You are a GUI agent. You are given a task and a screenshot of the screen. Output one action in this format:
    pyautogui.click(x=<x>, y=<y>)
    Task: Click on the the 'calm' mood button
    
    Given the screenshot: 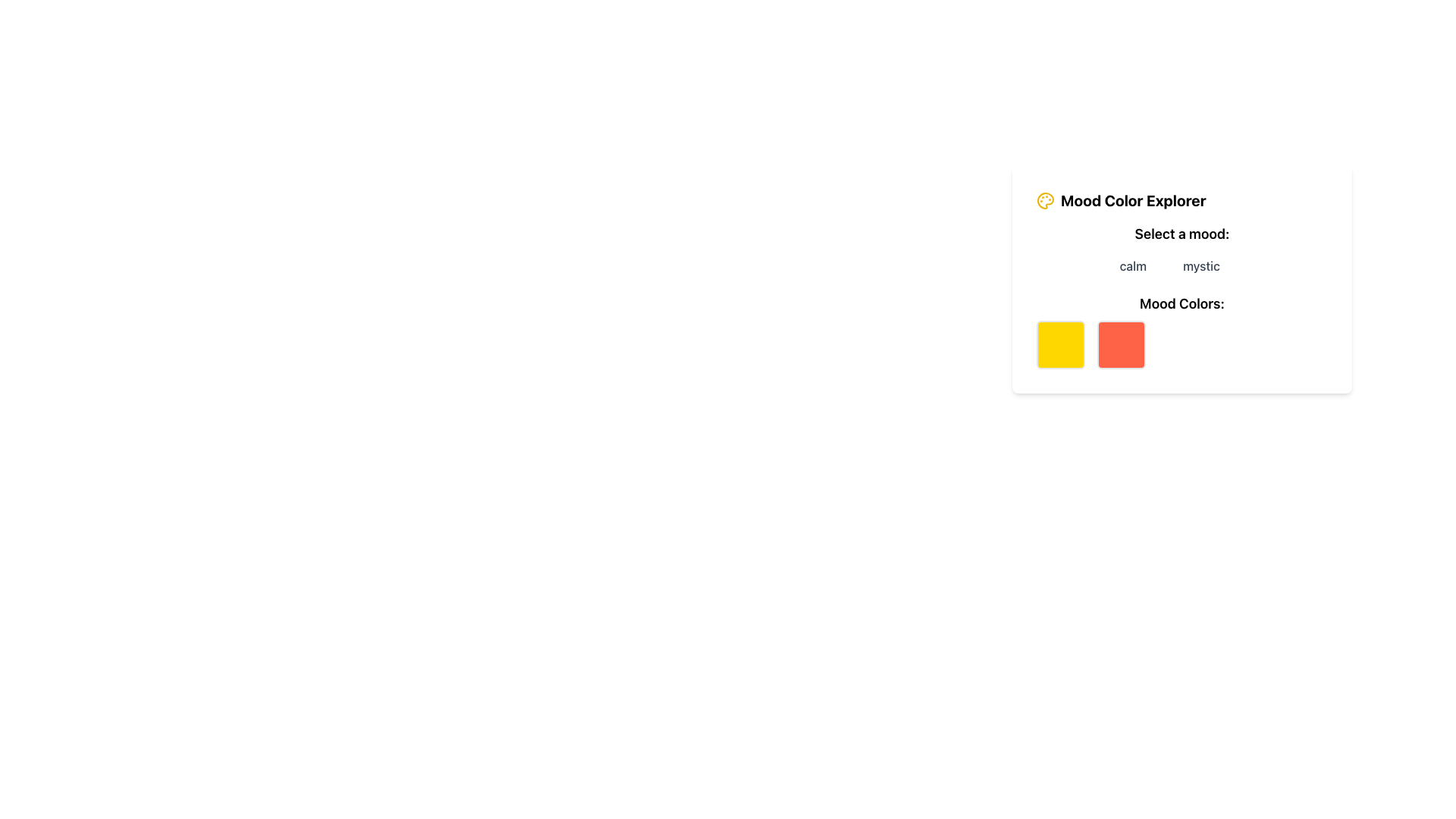 What is the action you would take?
    pyautogui.click(x=1133, y=265)
    